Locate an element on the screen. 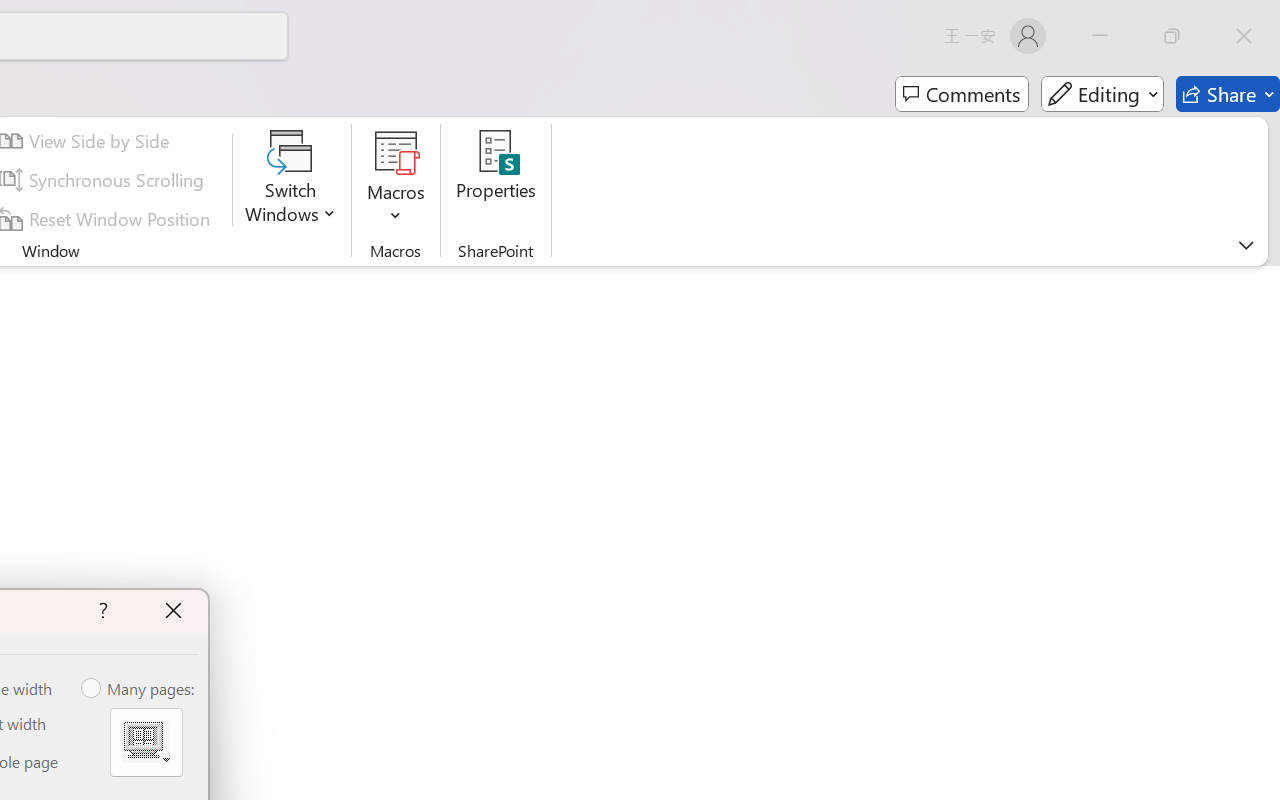  'Editing' is located at coordinates (1101, 94).